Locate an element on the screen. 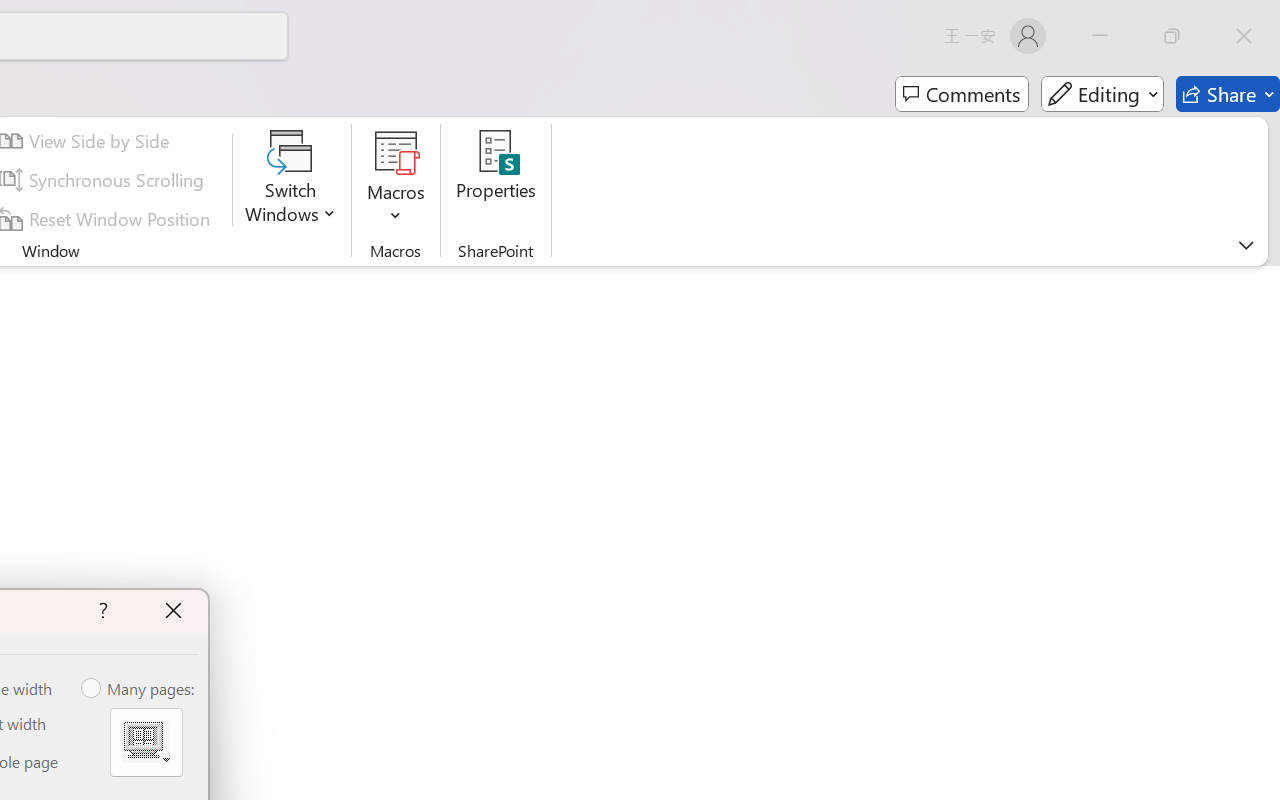  'Editing' is located at coordinates (1101, 94).